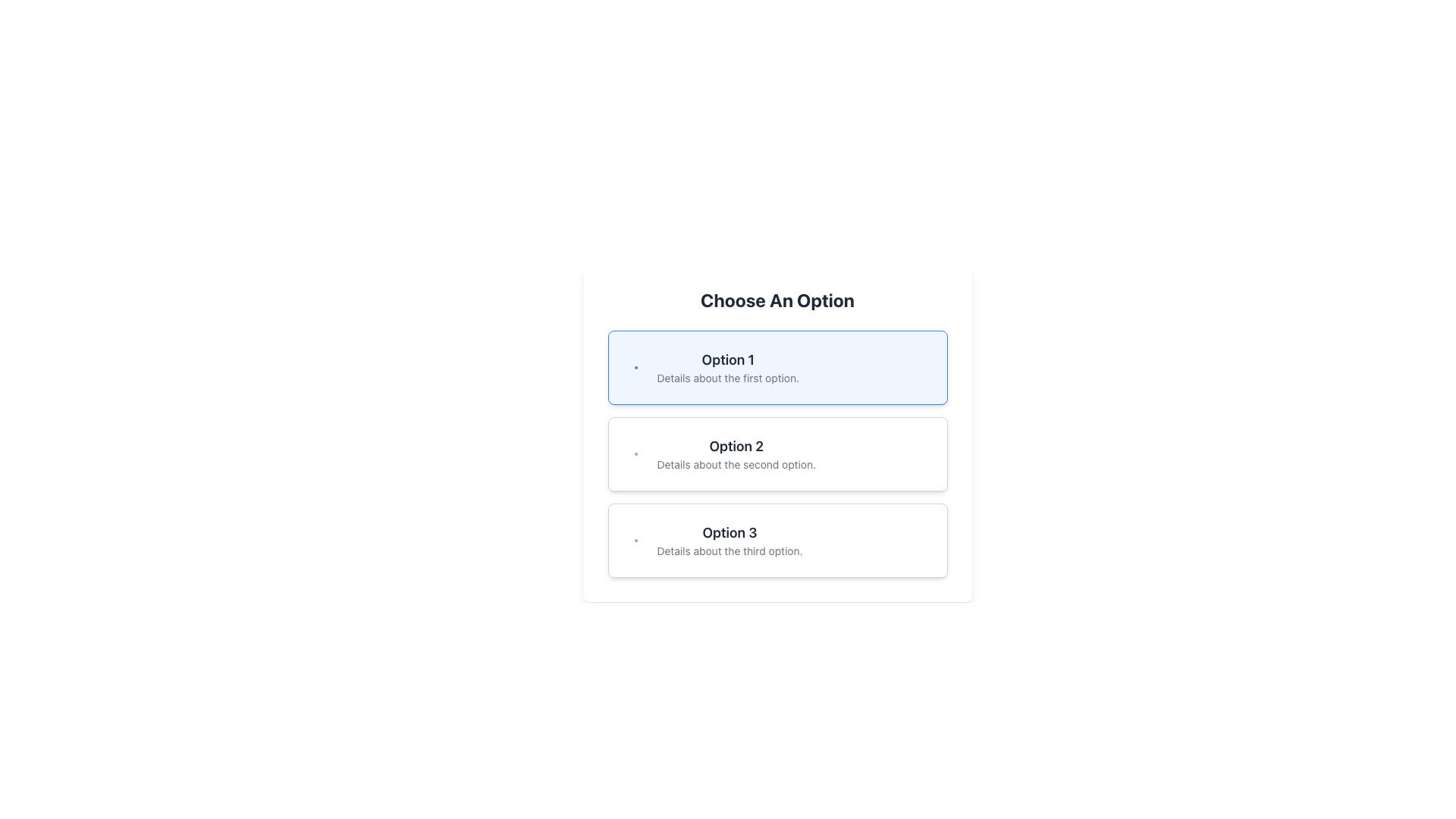 Image resolution: width=1456 pixels, height=819 pixels. I want to click on the 'Option 2' button, which is the middle option in a vertically-aligned list of three interactive options, so click(777, 453).